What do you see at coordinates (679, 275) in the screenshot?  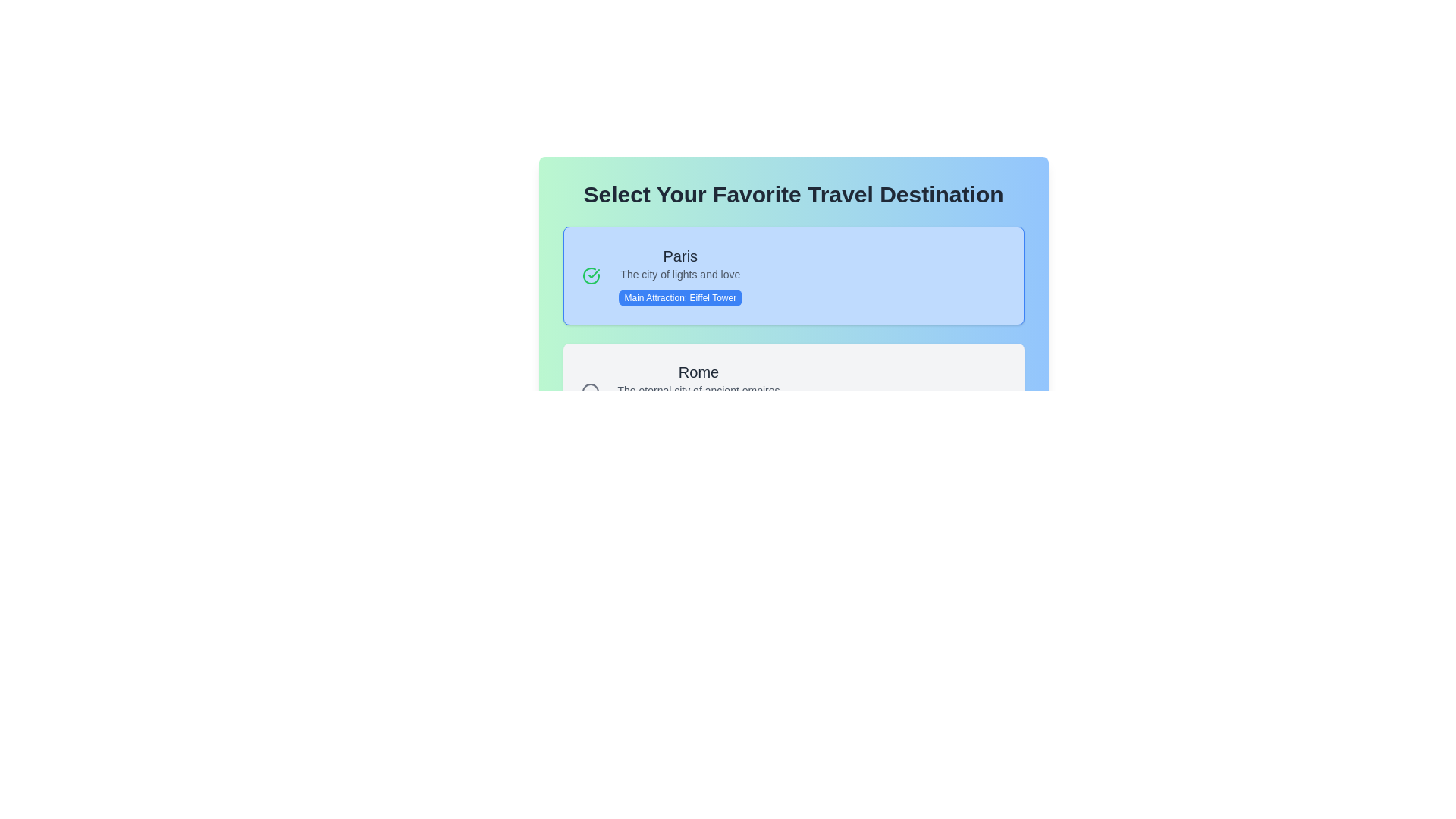 I see `information displayed in the static text element that features 'Paris' in a large bold font, followed by a smaller description and a main attraction highlighted in a contrasting blue background` at bounding box center [679, 275].